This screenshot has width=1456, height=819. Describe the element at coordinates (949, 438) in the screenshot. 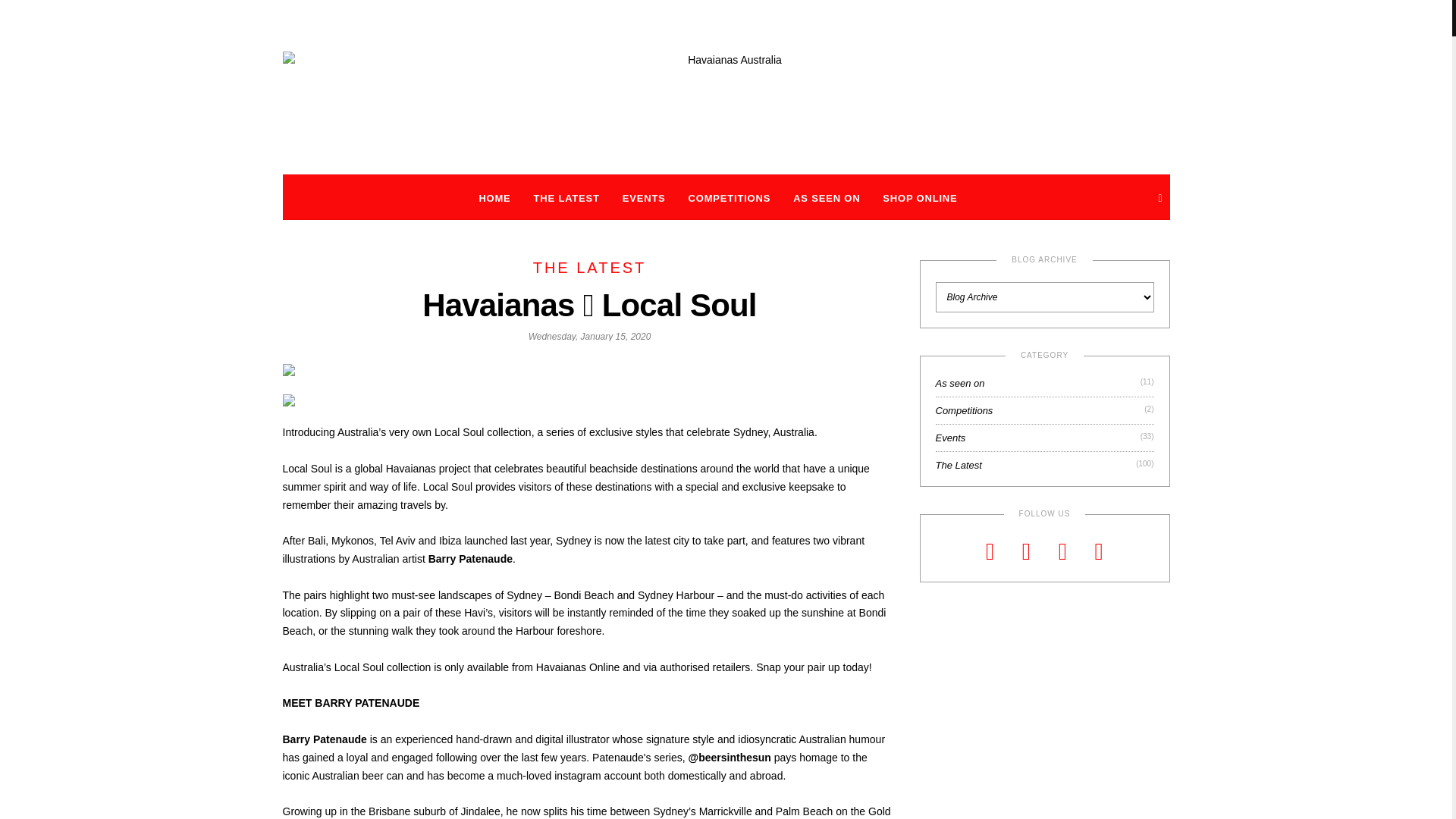

I see `'Events'` at that location.